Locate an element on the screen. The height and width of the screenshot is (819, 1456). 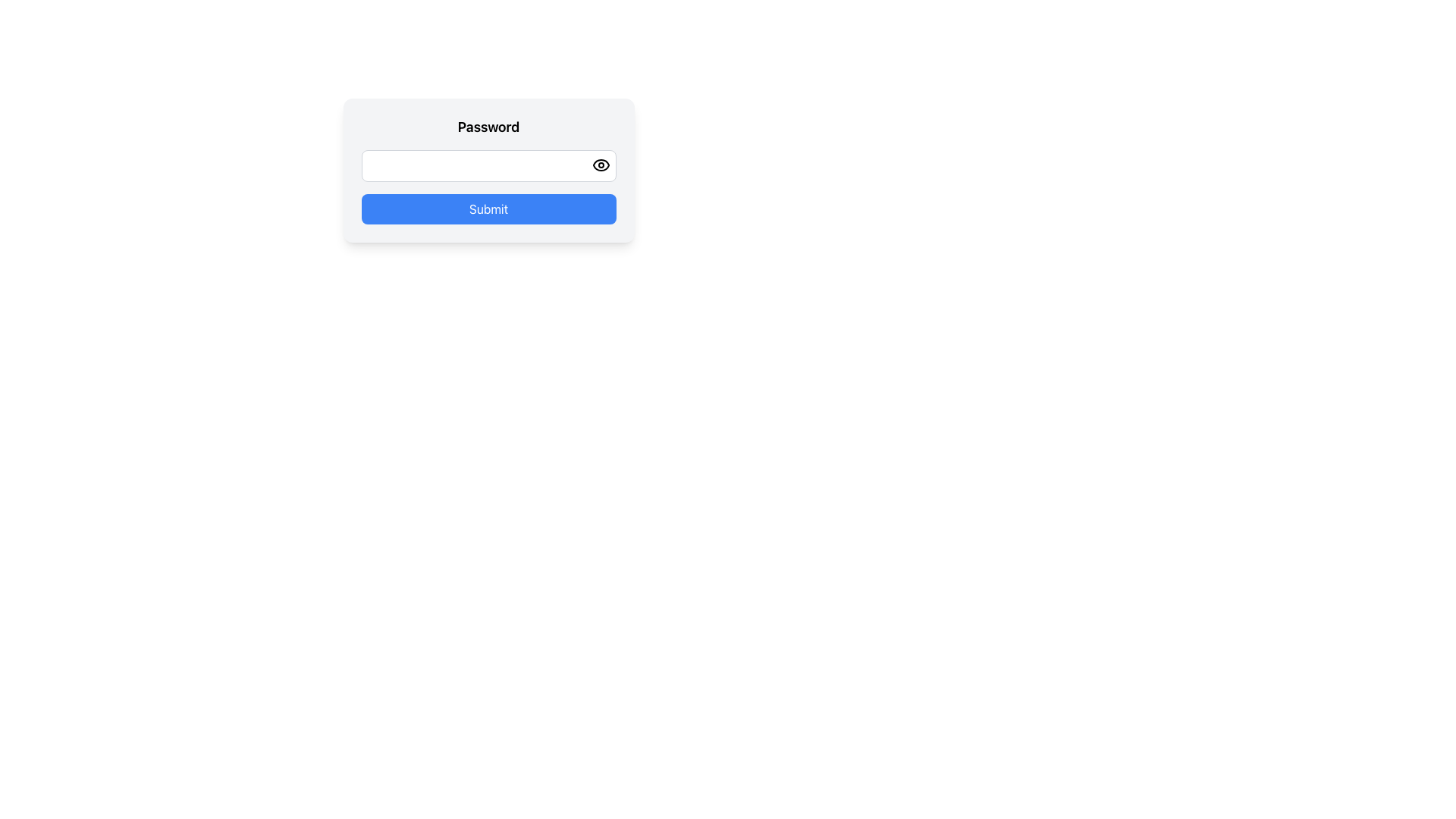
text from the 'Password' label, which is styled bold and positioned above the password input field is located at coordinates (488, 127).